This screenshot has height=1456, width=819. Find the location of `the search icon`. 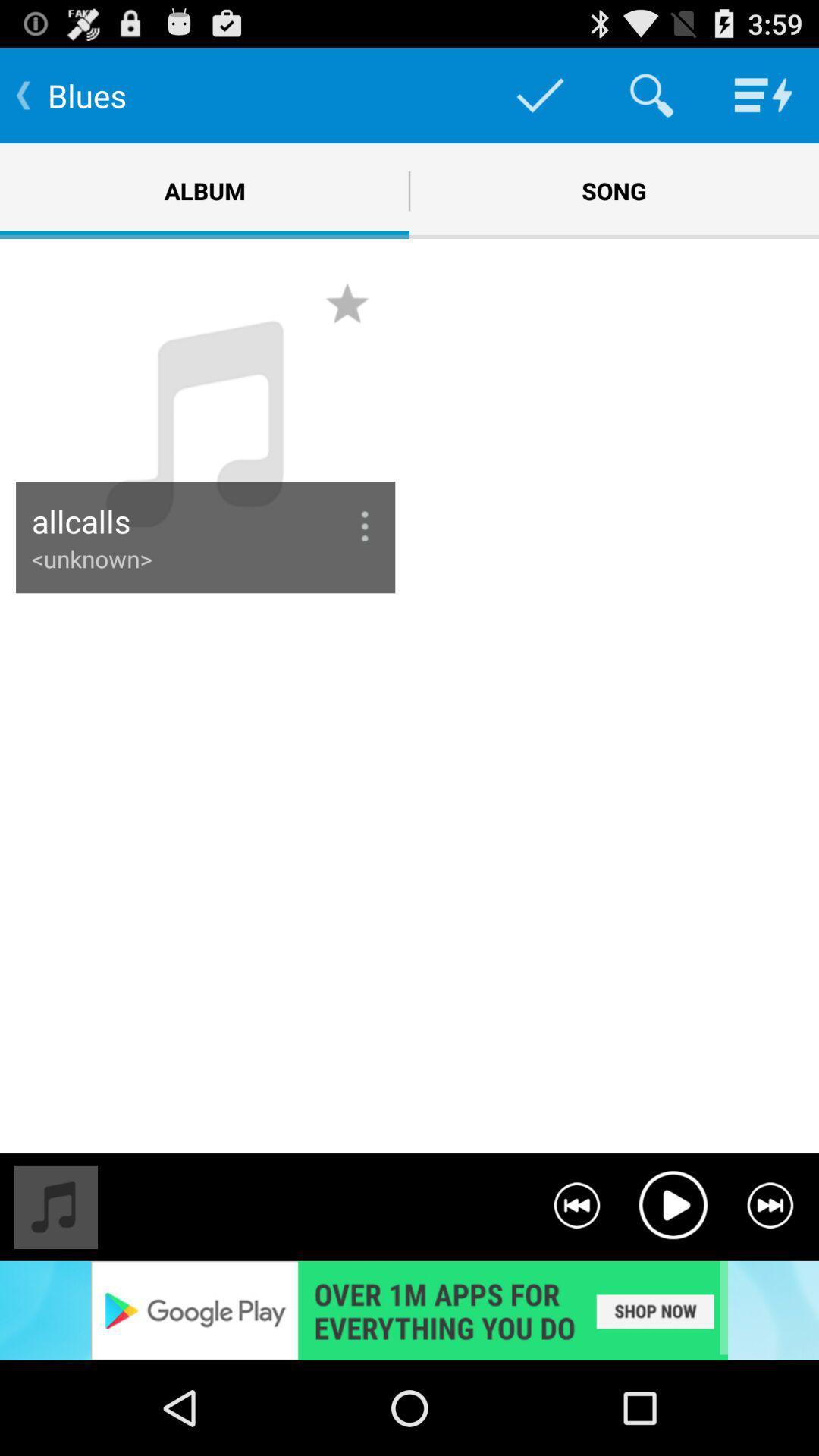

the search icon is located at coordinates (651, 101).